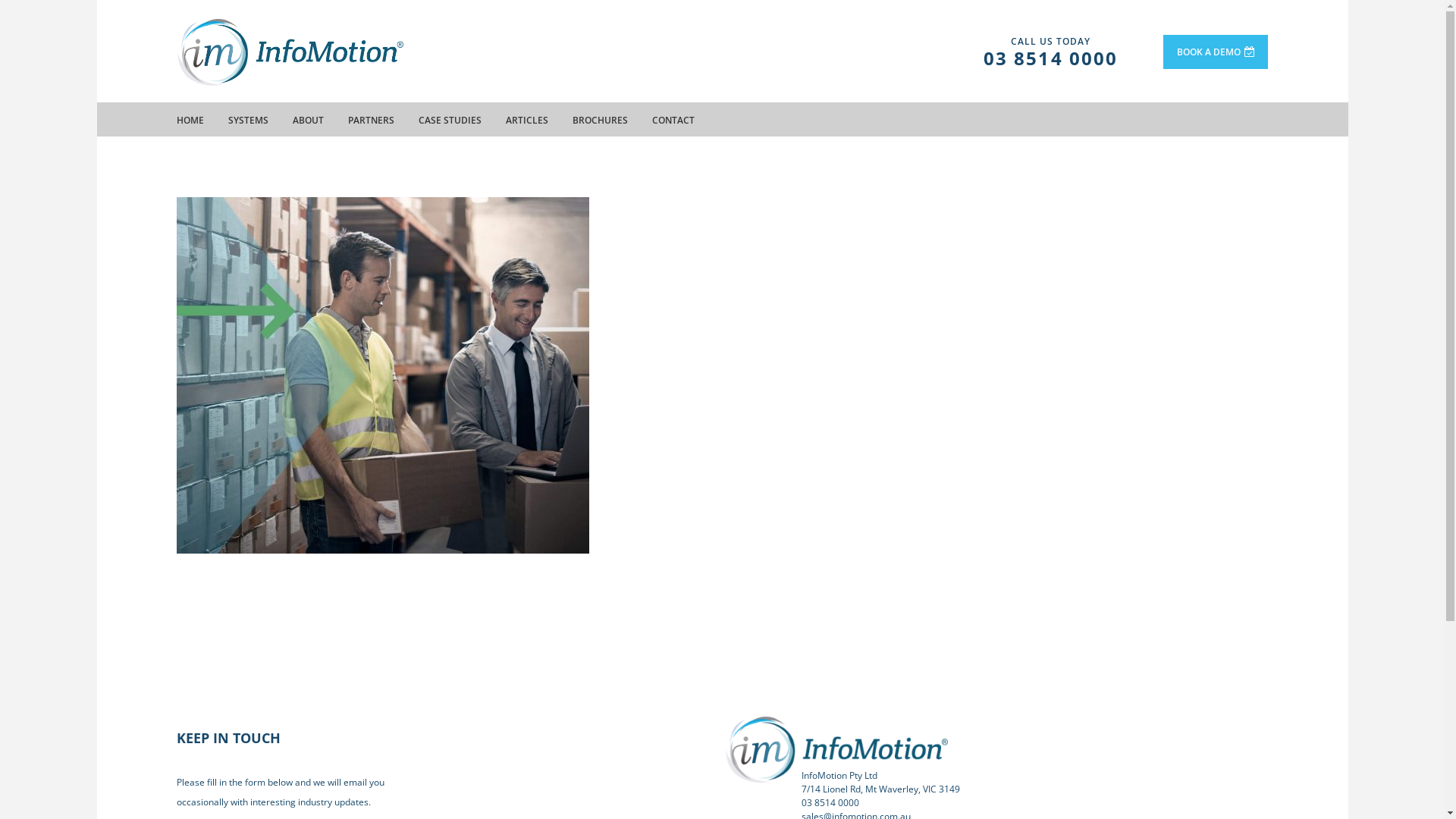  What do you see at coordinates (598, 119) in the screenshot?
I see `'BROCHURES'` at bounding box center [598, 119].